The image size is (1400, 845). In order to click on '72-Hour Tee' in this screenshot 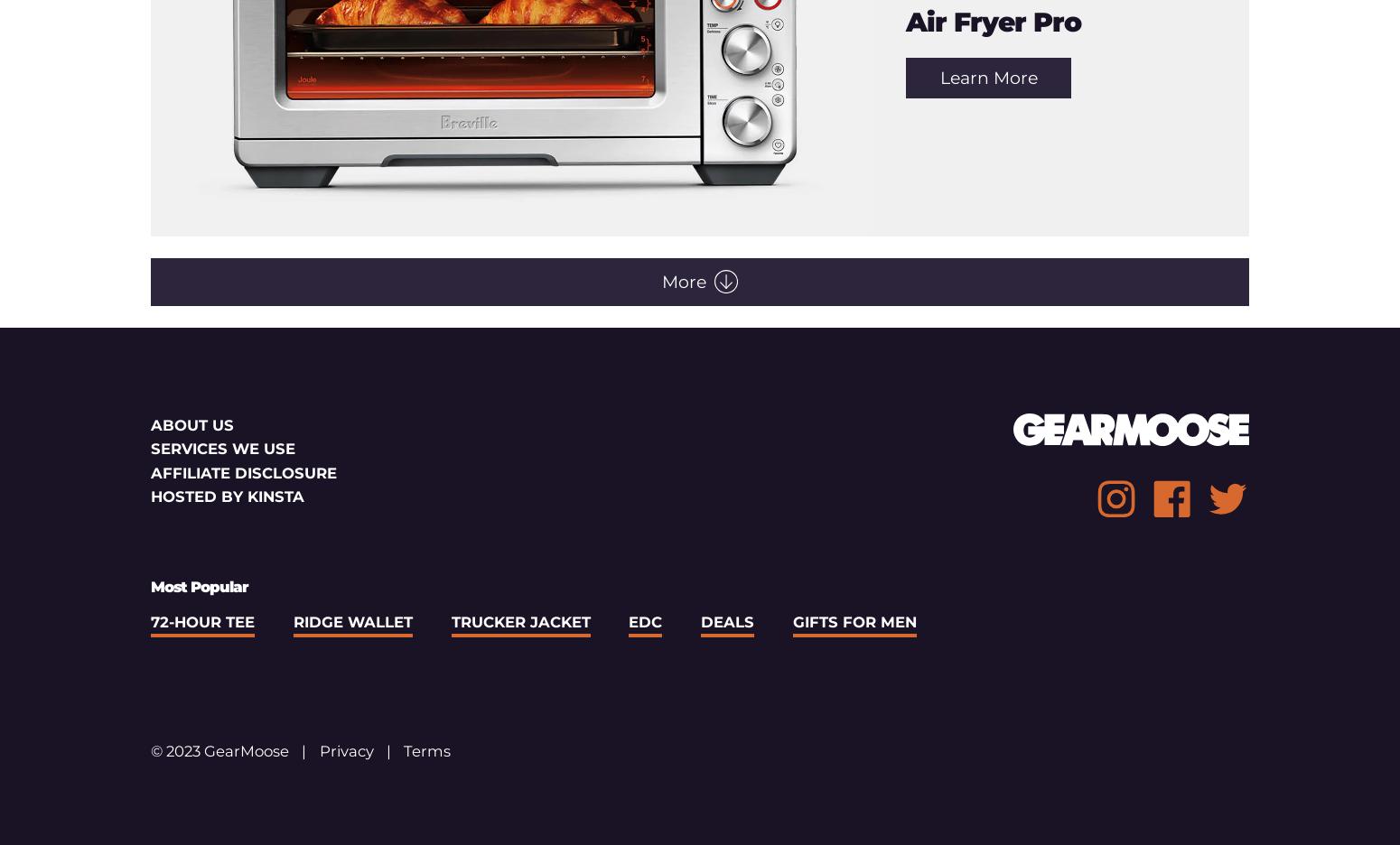, I will do `click(201, 620)`.